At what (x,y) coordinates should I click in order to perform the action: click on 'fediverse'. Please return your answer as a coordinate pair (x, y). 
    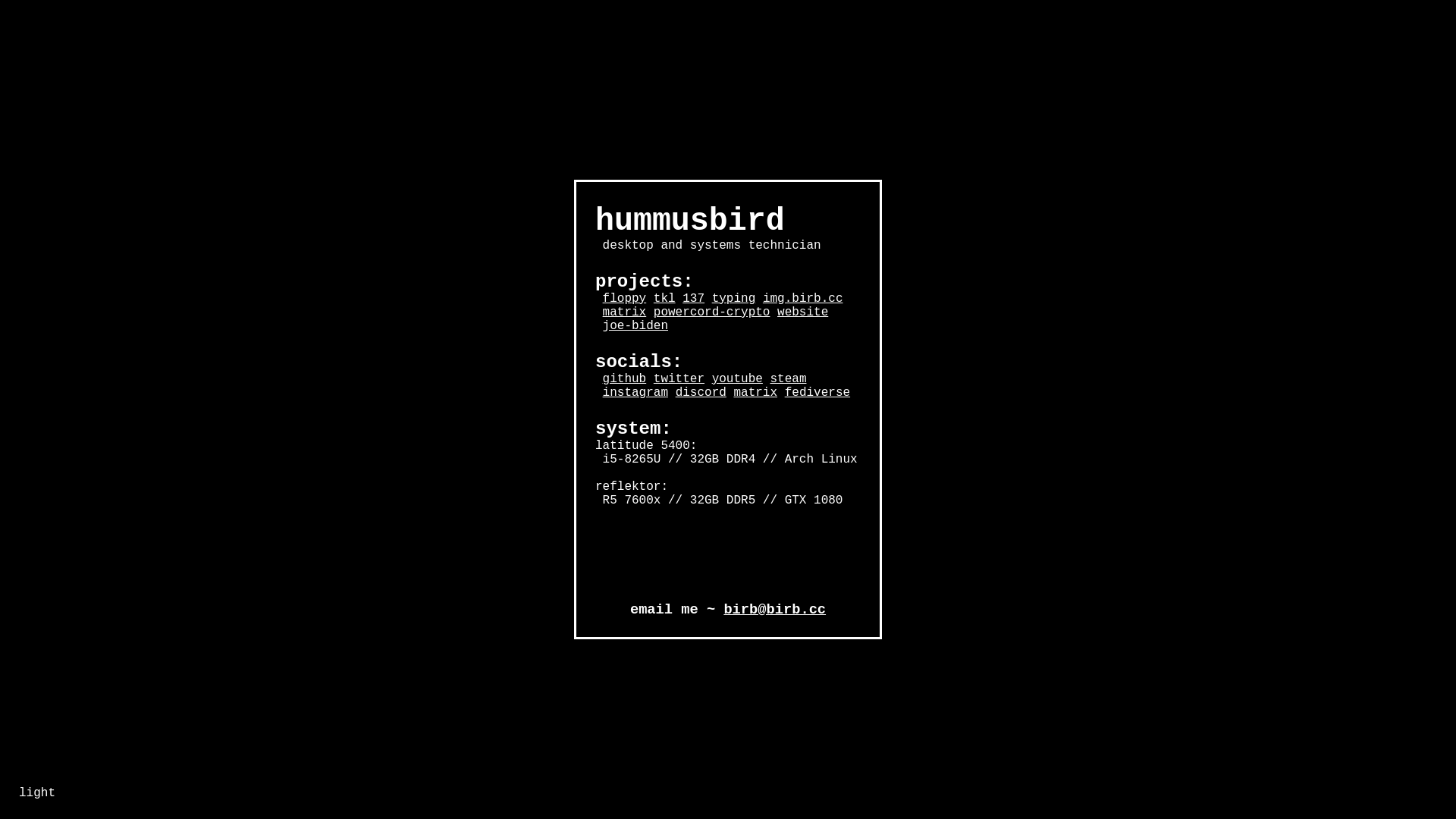
    Looking at the image, I should click on (817, 391).